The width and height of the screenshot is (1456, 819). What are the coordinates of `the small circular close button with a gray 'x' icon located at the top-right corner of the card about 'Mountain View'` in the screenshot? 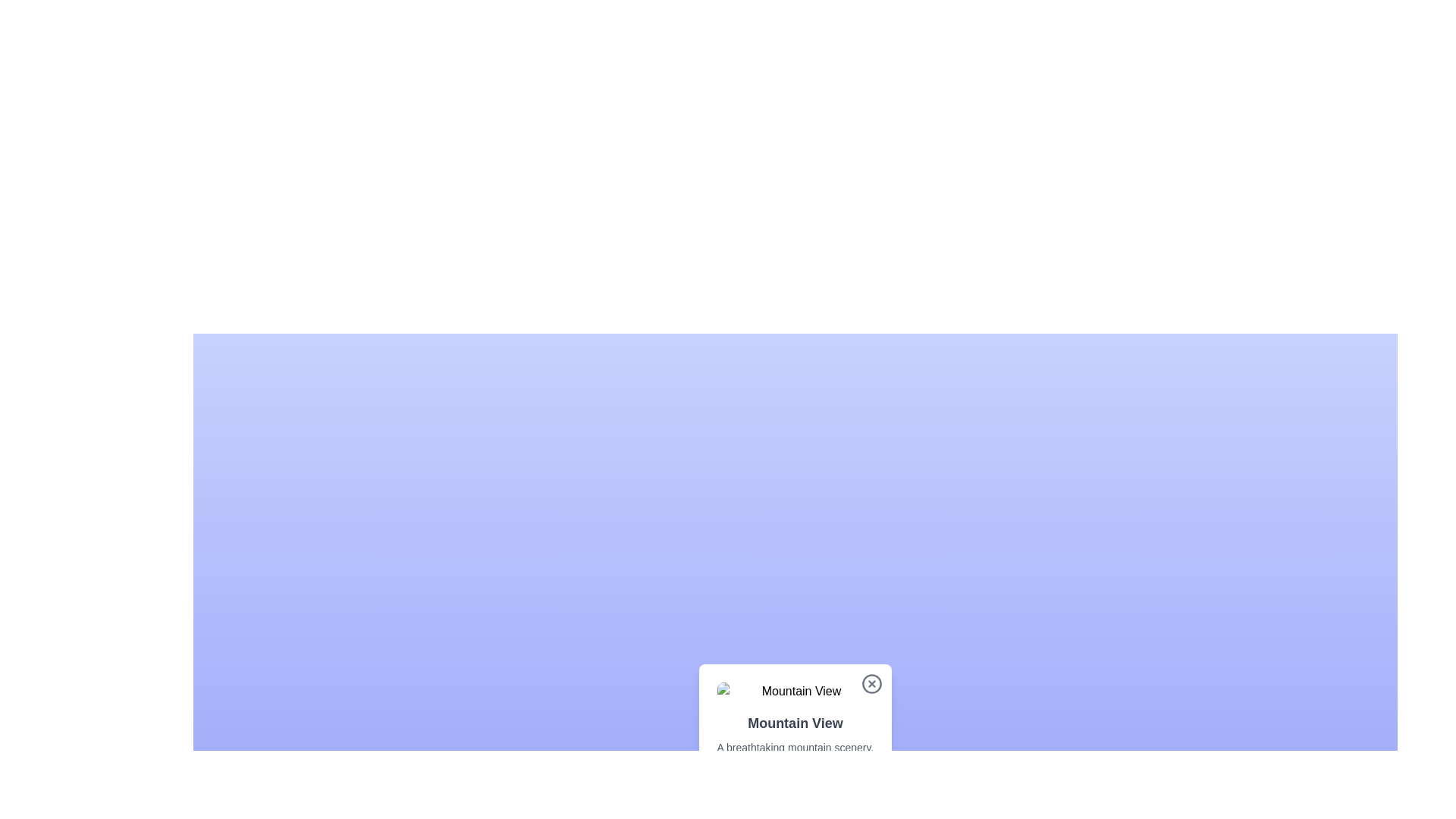 It's located at (872, 684).